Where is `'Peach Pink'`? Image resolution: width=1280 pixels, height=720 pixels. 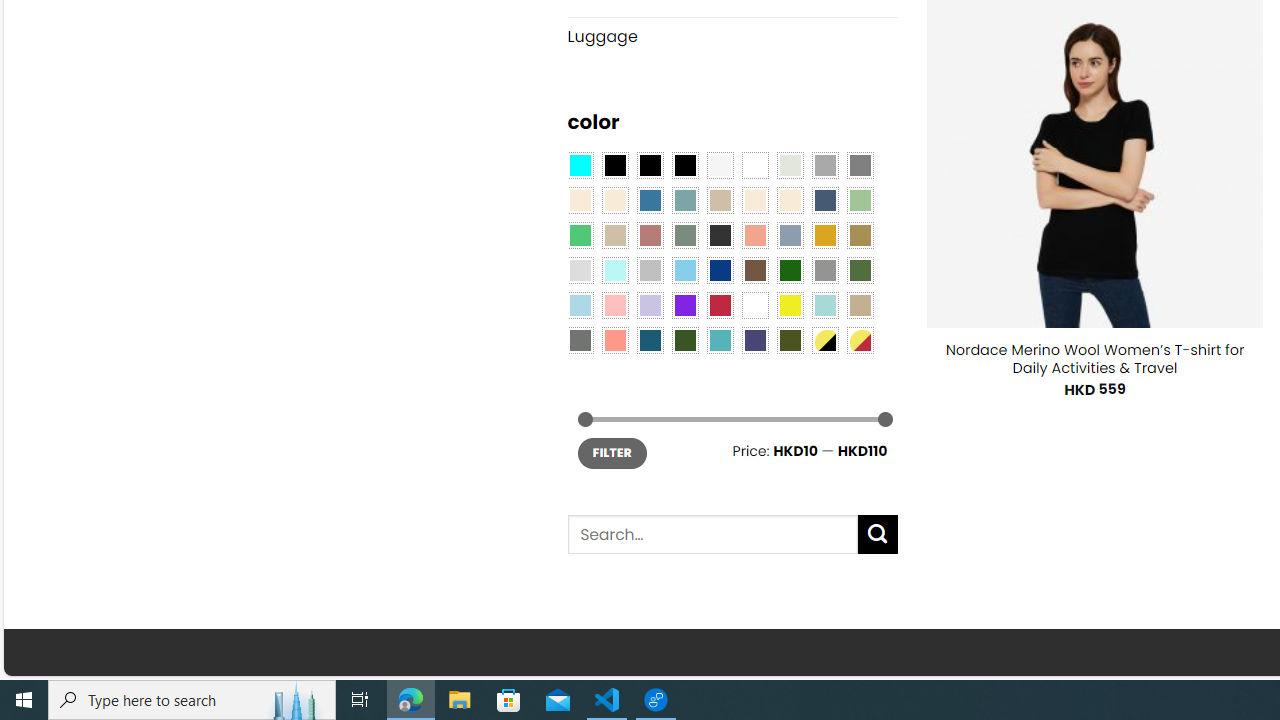 'Peach Pink' is located at coordinates (614, 338).